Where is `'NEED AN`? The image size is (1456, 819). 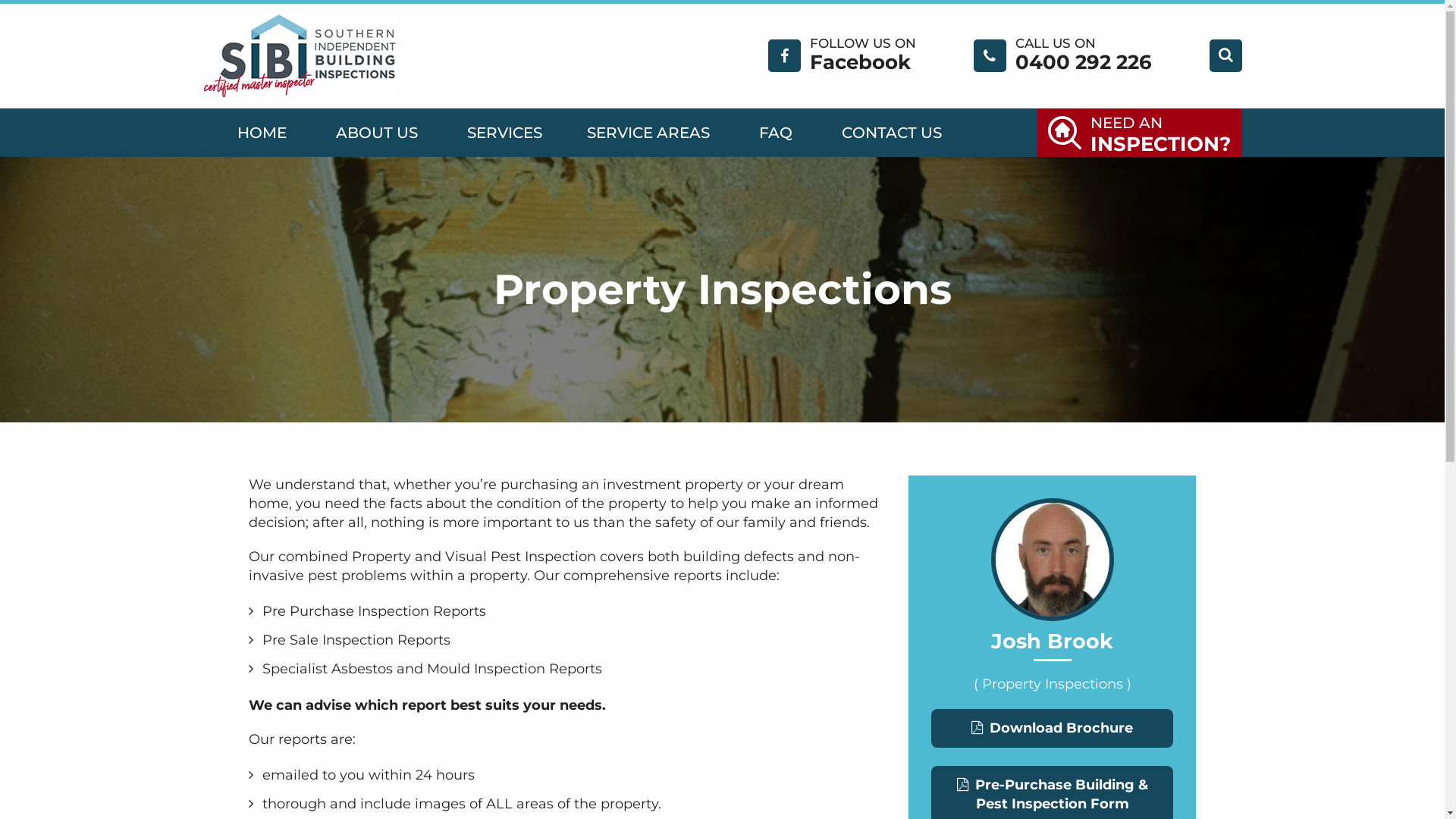
'NEED AN is located at coordinates (1139, 131).